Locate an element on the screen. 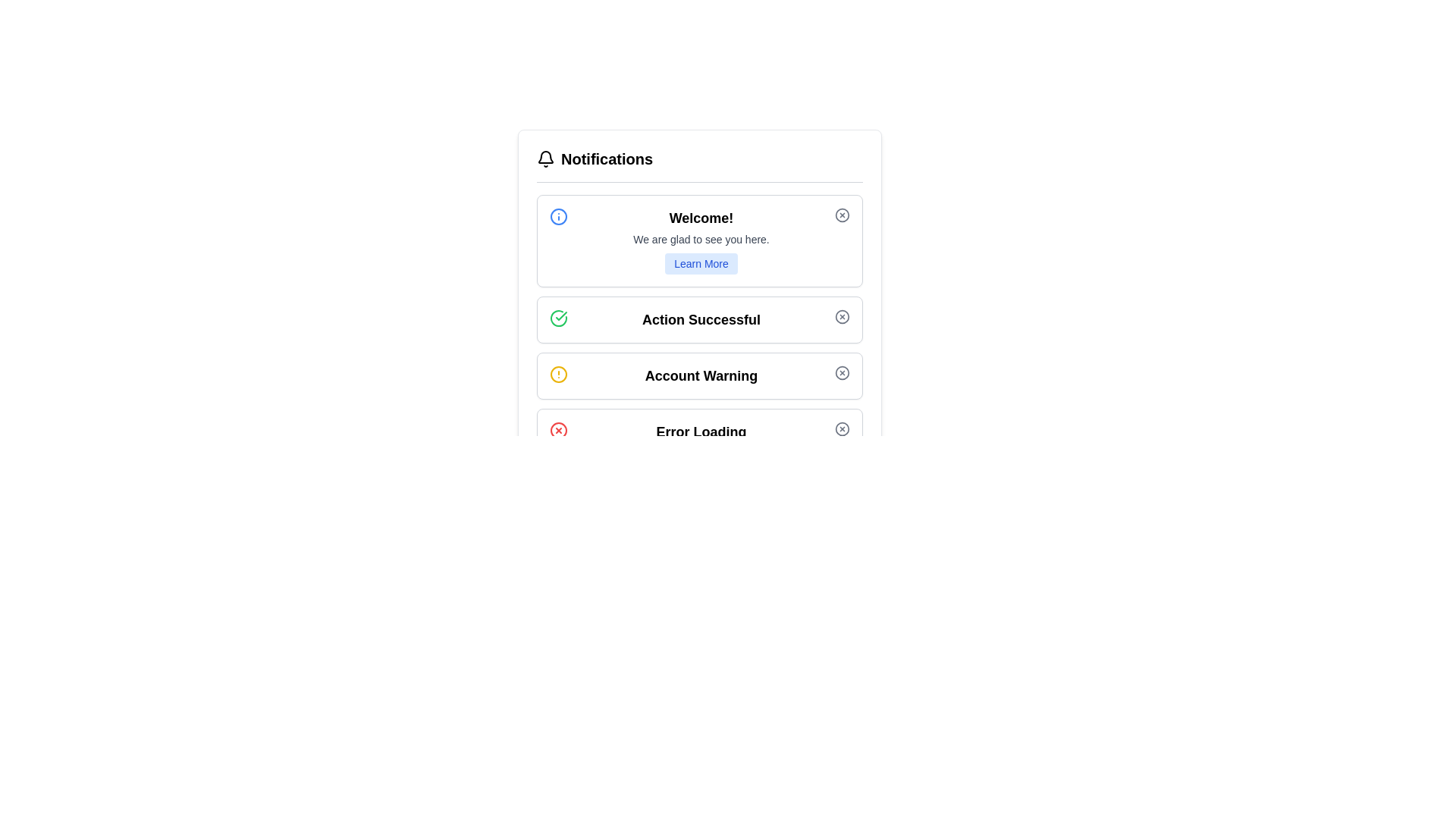  the red-colored icon located to the left of the 'Error Loading' text in the bottom row of the notification list is located at coordinates (558, 430).